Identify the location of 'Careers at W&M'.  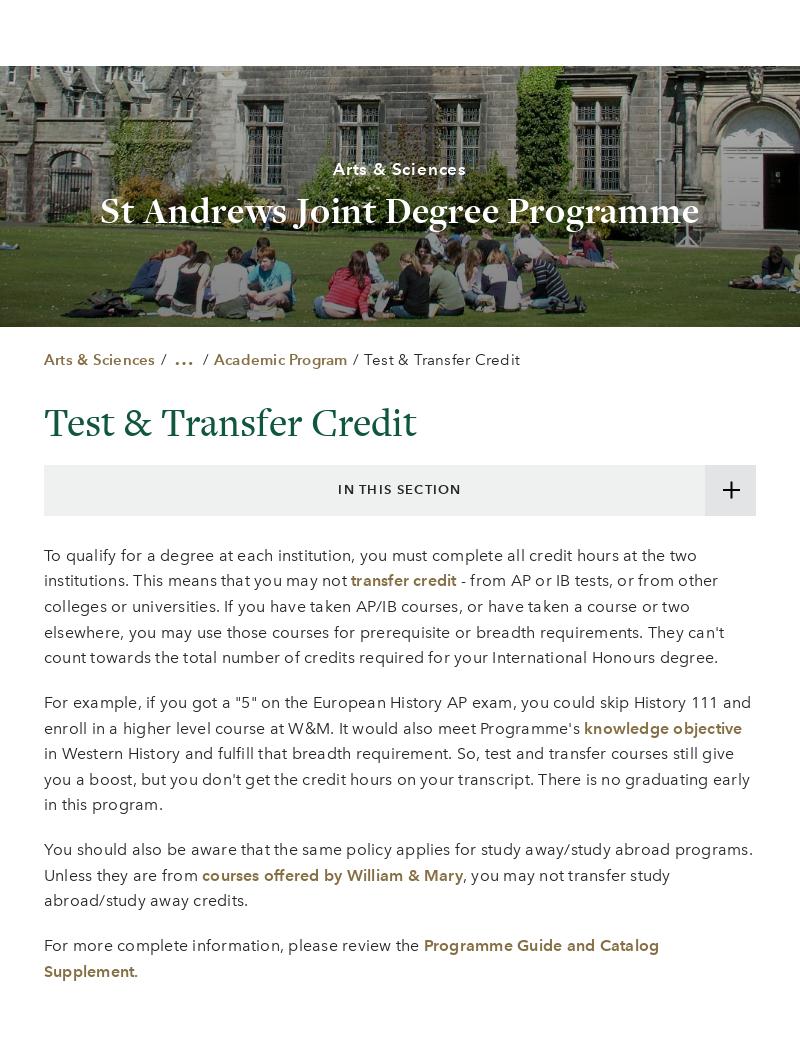
(398, 235).